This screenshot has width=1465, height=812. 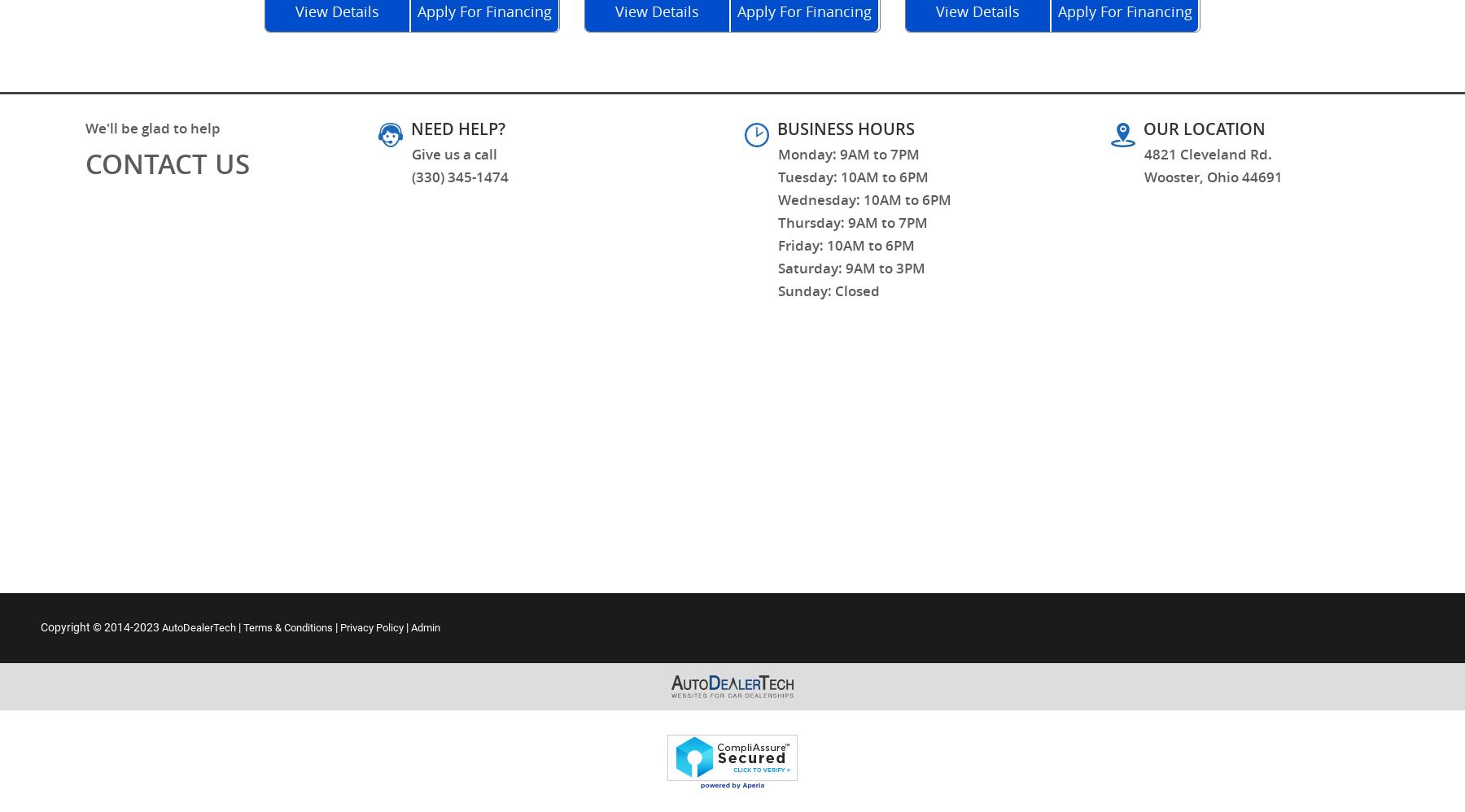 I want to click on '4821 Cleveland Rd.', so click(x=1208, y=153).